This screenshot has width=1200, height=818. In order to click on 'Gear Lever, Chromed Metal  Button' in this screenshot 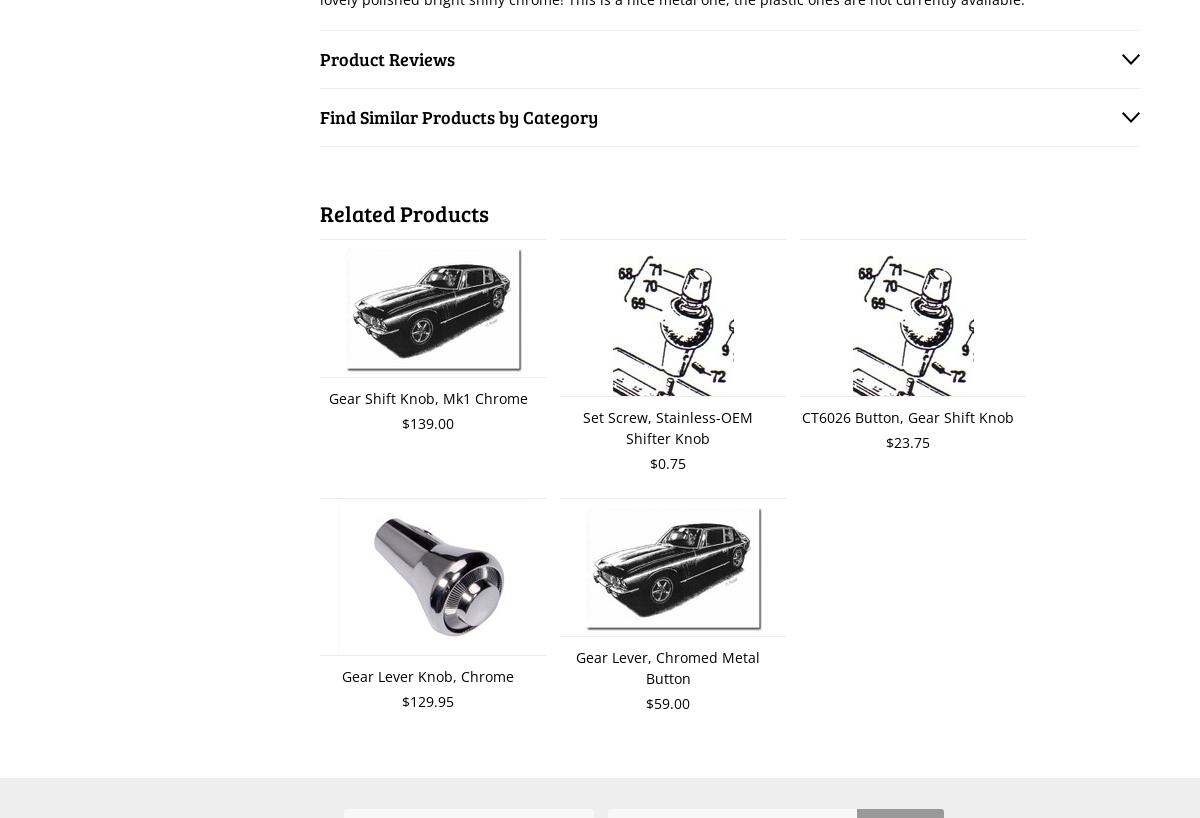, I will do `click(668, 667)`.